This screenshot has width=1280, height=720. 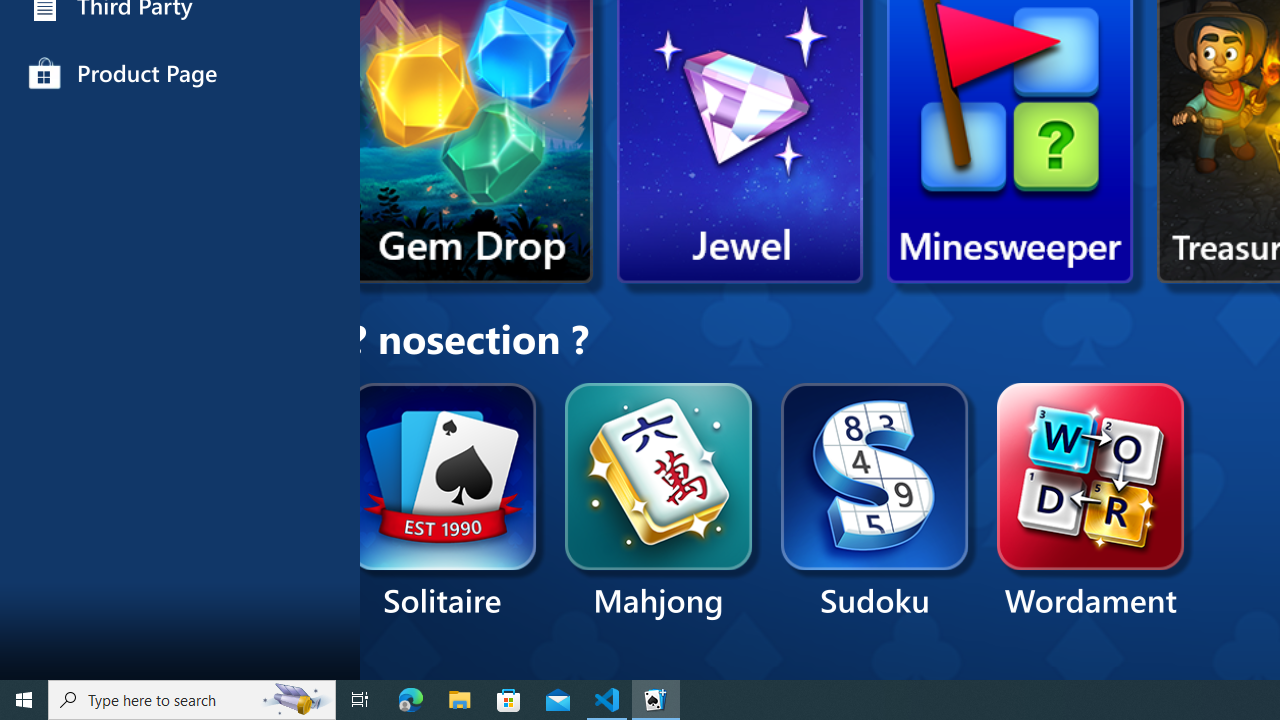 I want to click on 'File Explorer', so click(x=459, y=698).